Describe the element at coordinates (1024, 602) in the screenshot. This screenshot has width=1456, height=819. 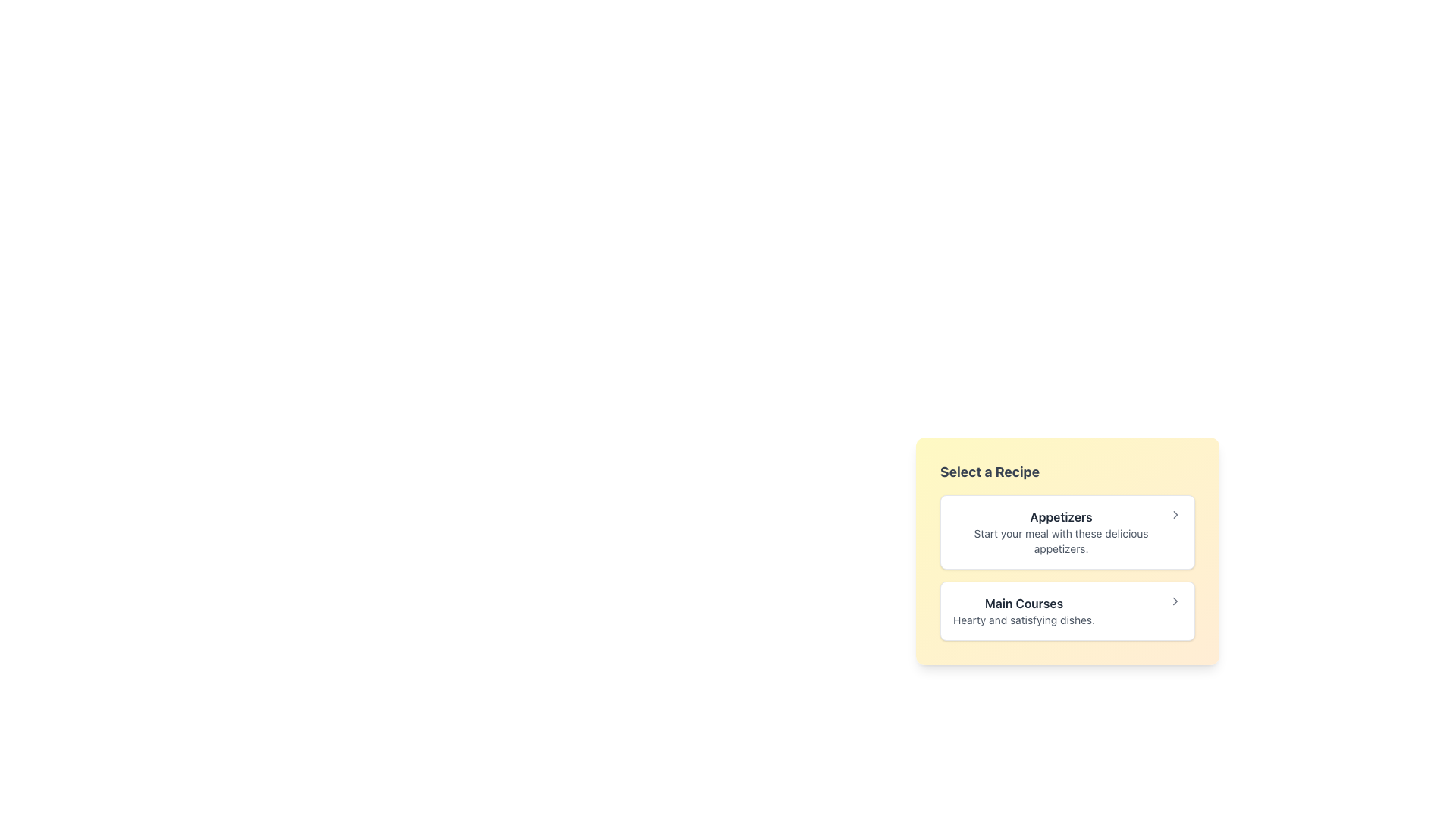
I see `text displayed in the bold 'Main Courses' label, which is located in the lower section of the 'Select a Recipe' card, above the description 'Hearty and satisfying dishes.'` at that location.